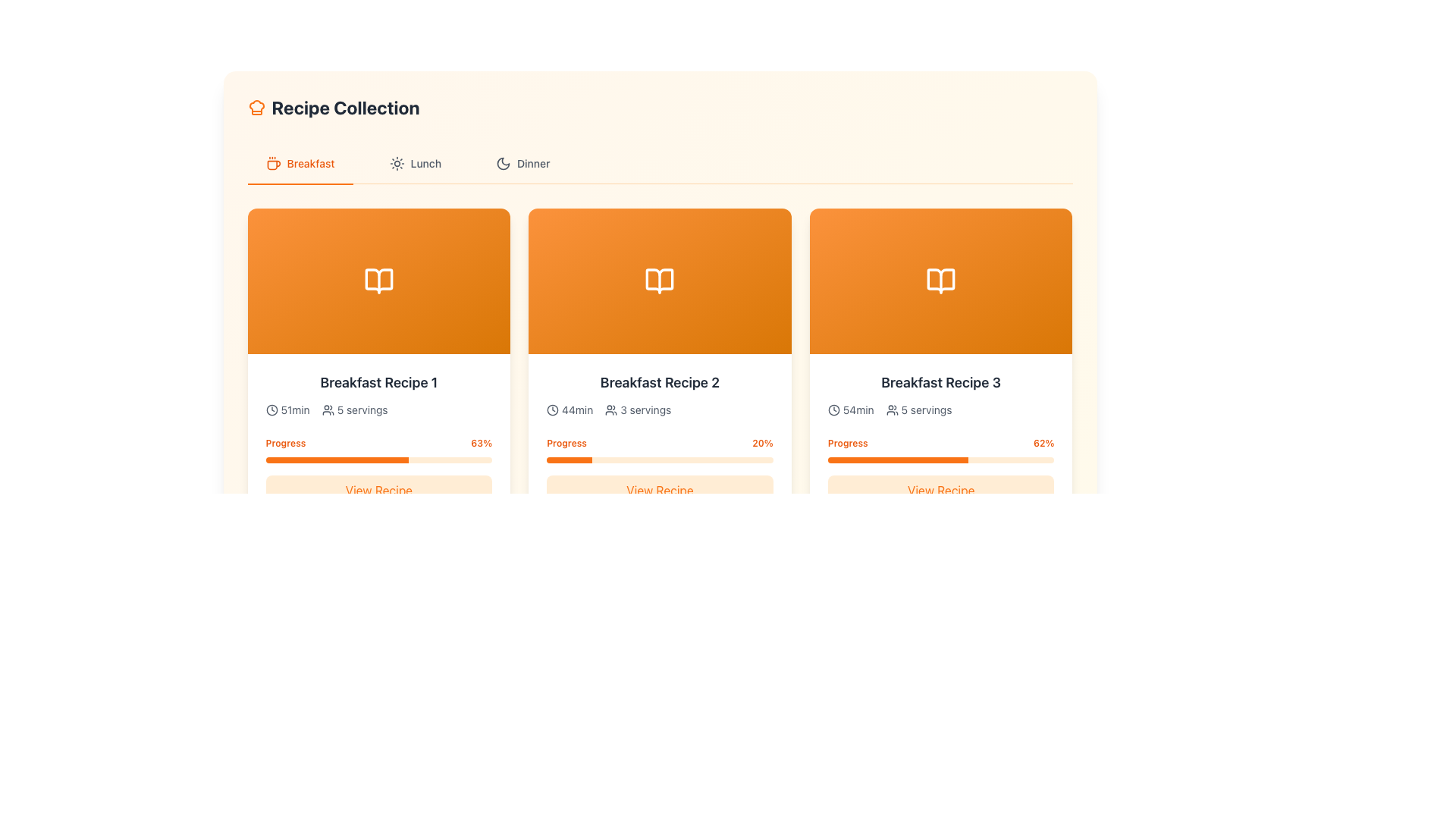 This screenshot has width=1456, height=819. I want to click on informational text block displaying progress for 'Breakfast Recipe 1', located above the progress bar, so click(378, 441).